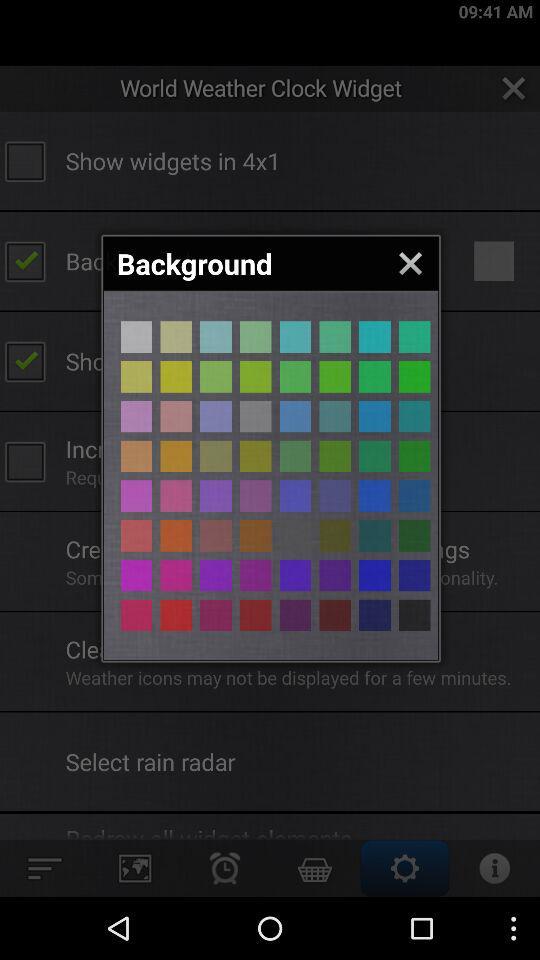  I want to click on different color page, so click(335, 337).